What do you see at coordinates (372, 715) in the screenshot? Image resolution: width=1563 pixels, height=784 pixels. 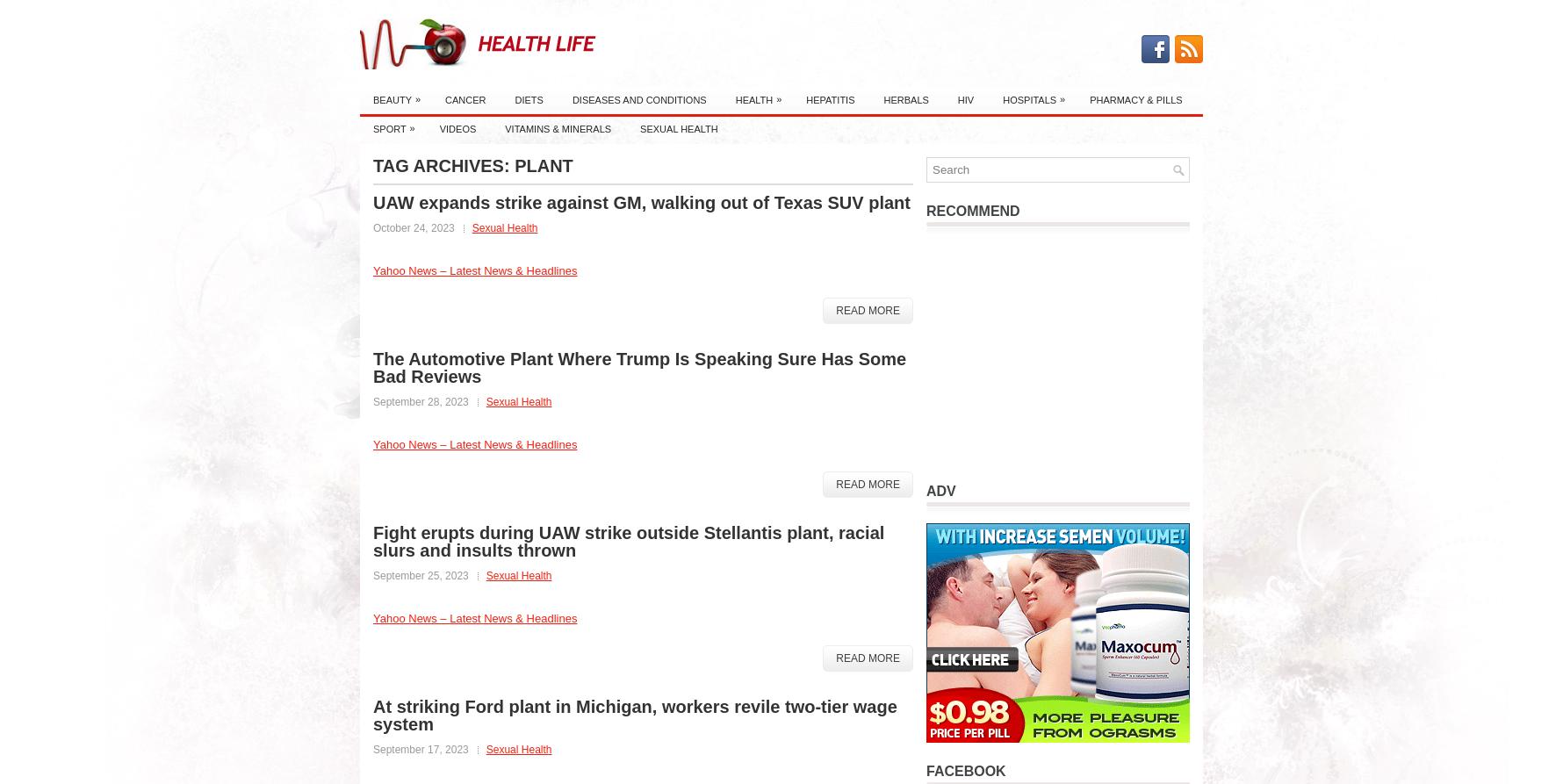 I see `'At striking Ford plant in Michigan, workers revile two-tier wage system'` at bounding box center [372, 715].